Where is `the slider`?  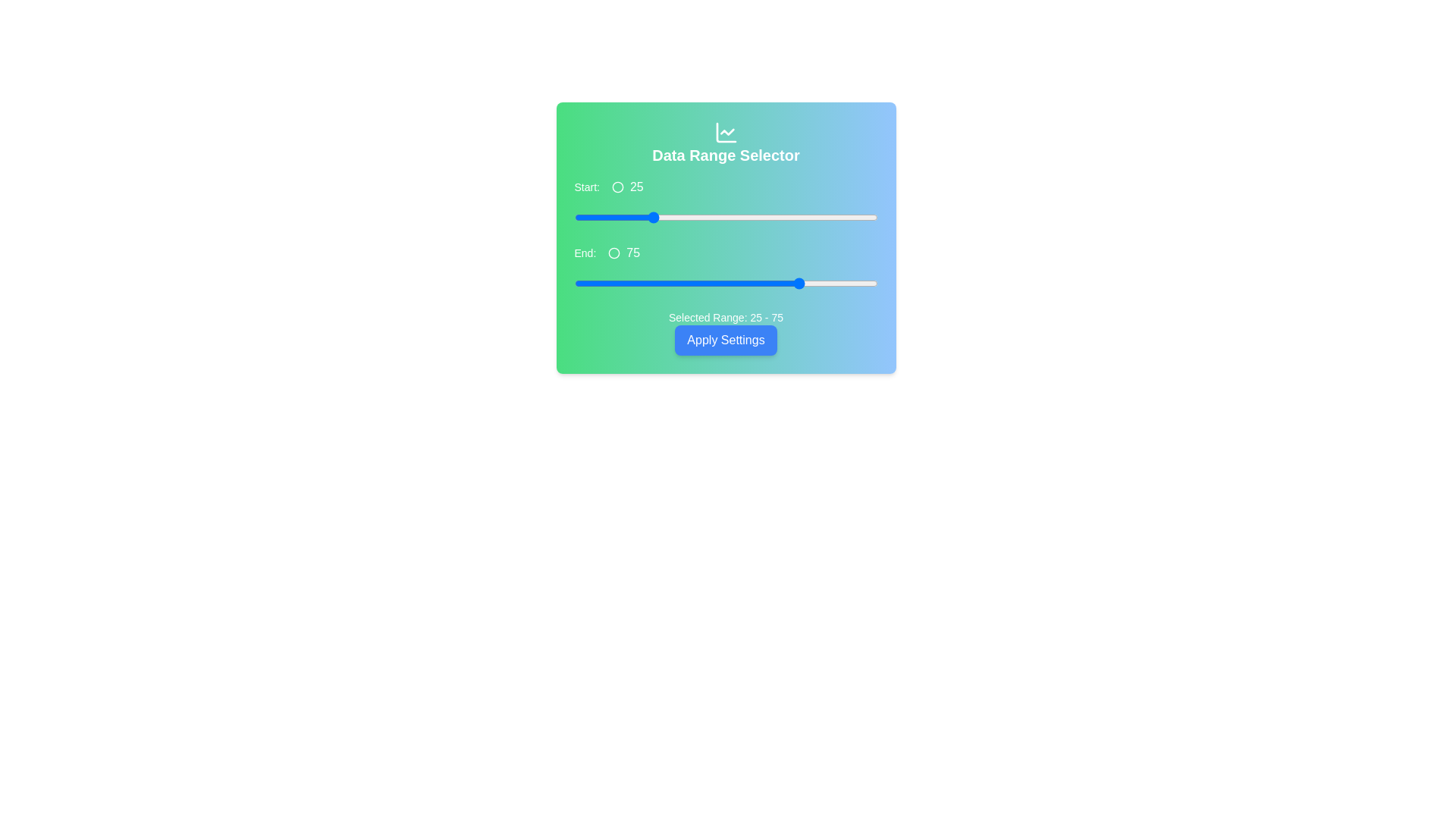
the slider is located at coordinates (604, 217).